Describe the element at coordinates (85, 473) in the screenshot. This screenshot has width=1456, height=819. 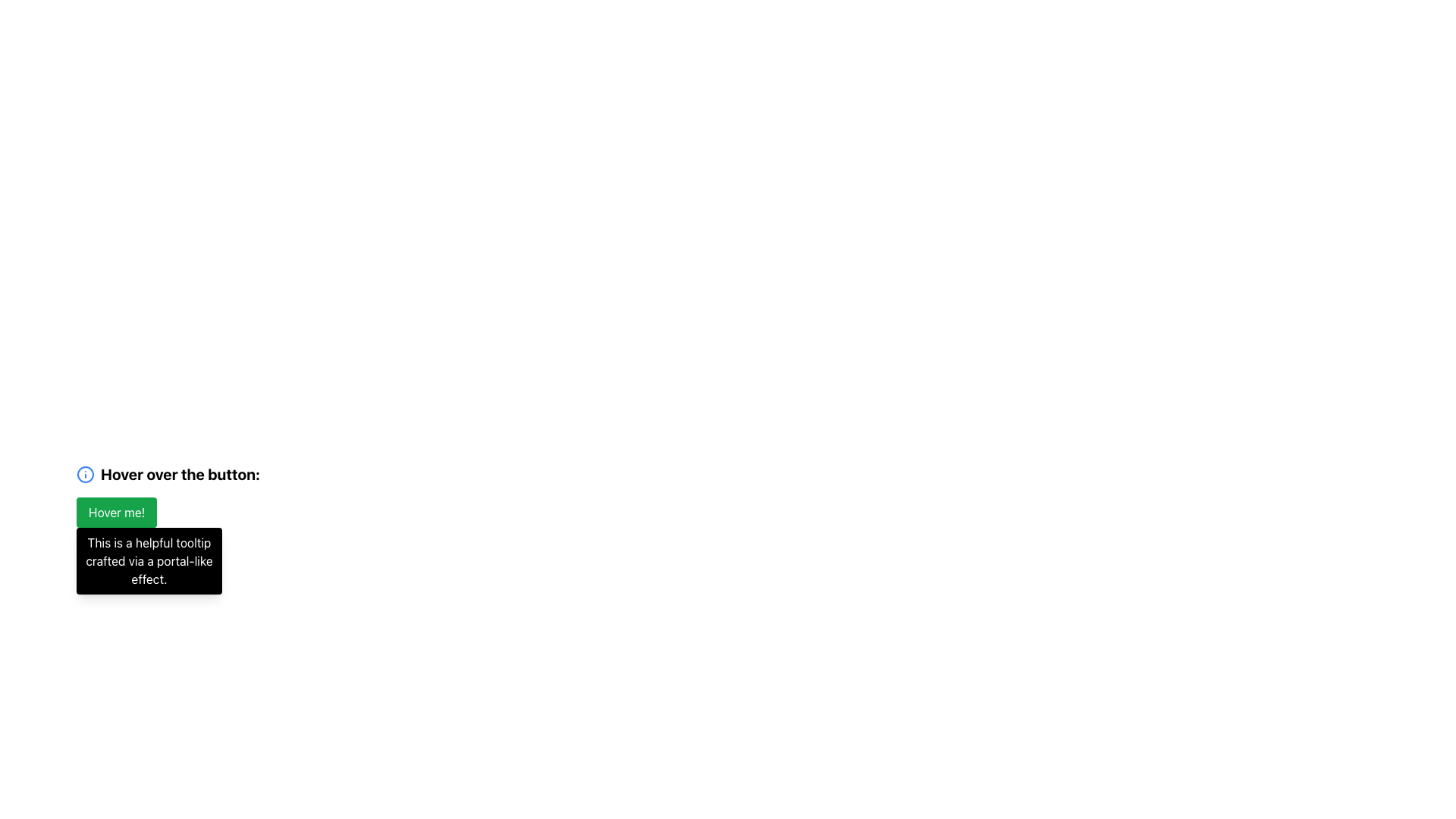
I see `the blue circular graphic that resembles an 'info' icon, located to the left of the text 'Hover over the button:'` at that location.